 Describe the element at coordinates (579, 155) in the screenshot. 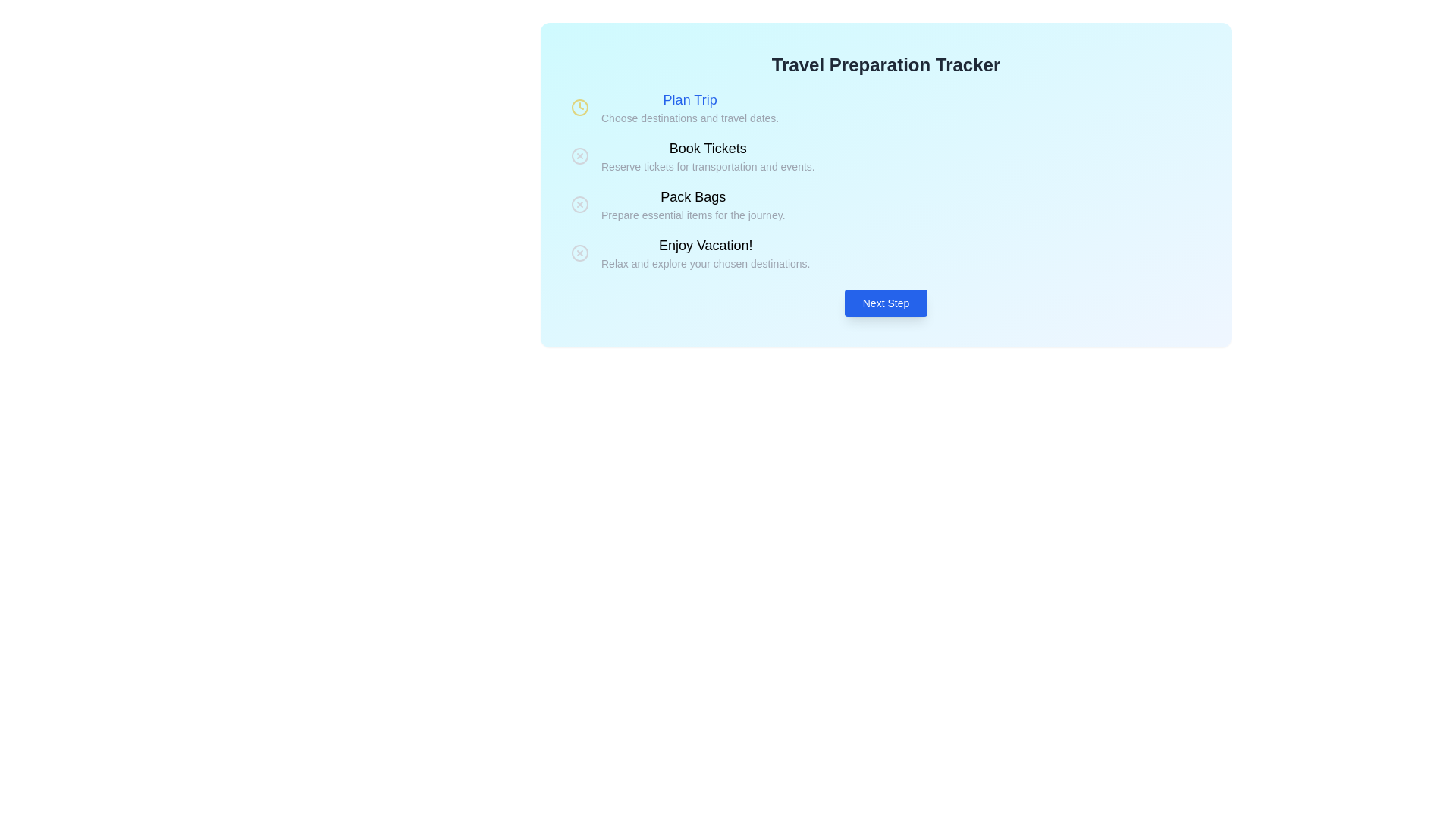

I see `the second Decorative indicator icon, which is a circular icon with a gray cross mark in the center, located to the left of the 'Book Tickets' text` at that location.